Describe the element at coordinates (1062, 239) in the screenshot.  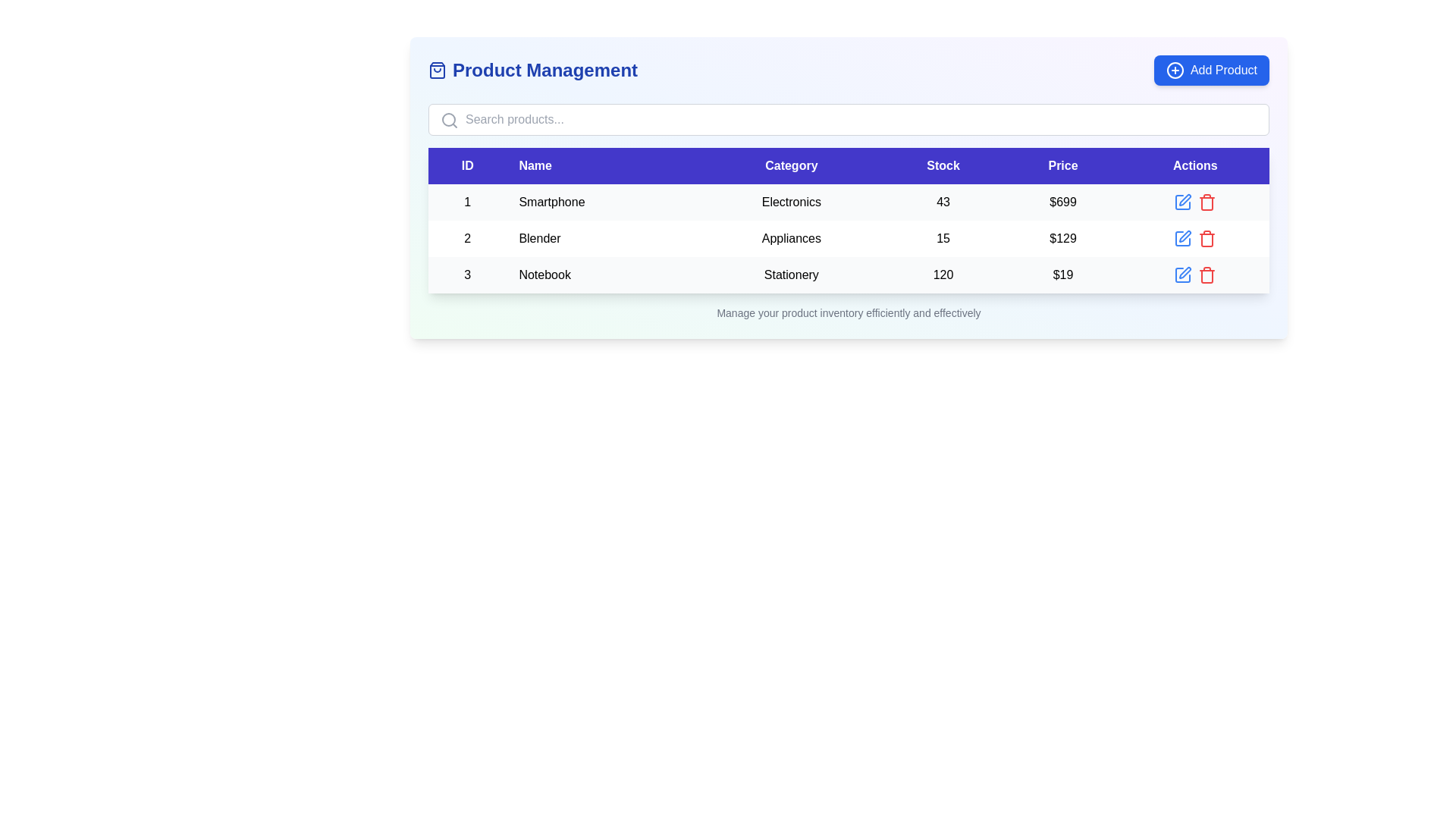
I see `price information from the text element located in the fifth cell of the second row under the 'Price' column header` at that location.